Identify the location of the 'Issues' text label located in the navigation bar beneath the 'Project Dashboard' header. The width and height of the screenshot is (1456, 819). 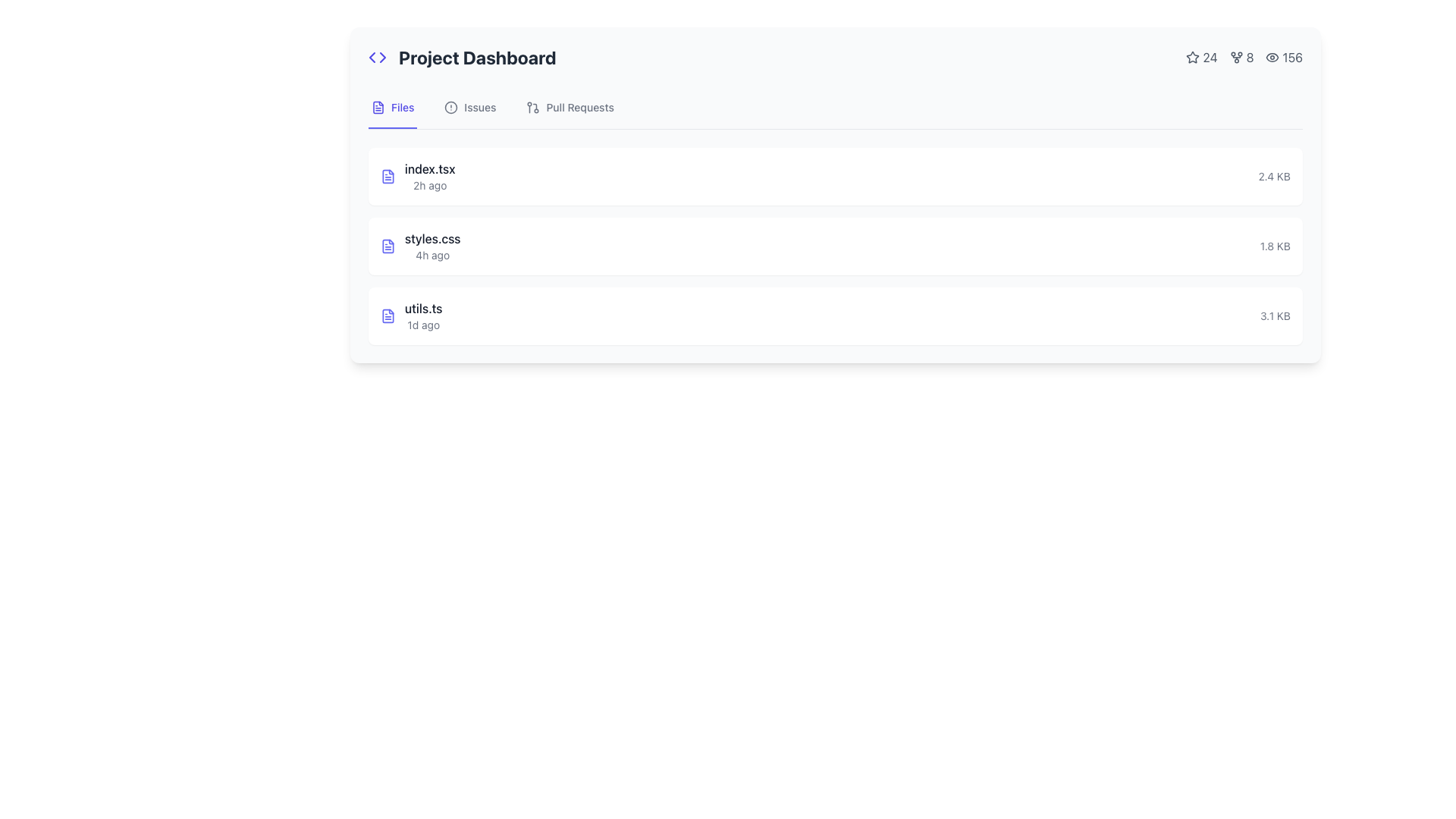
(479, 107).